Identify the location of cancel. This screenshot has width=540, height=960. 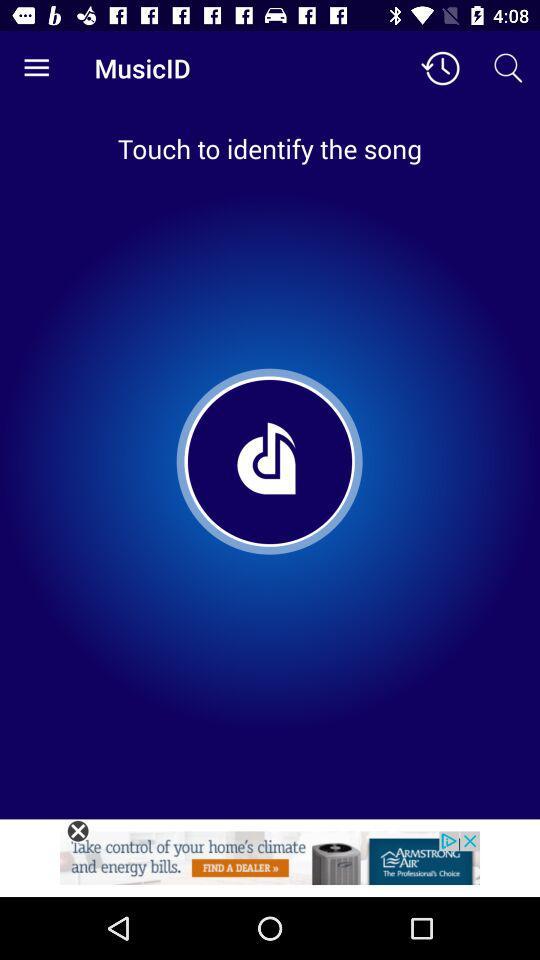
(77, 831).